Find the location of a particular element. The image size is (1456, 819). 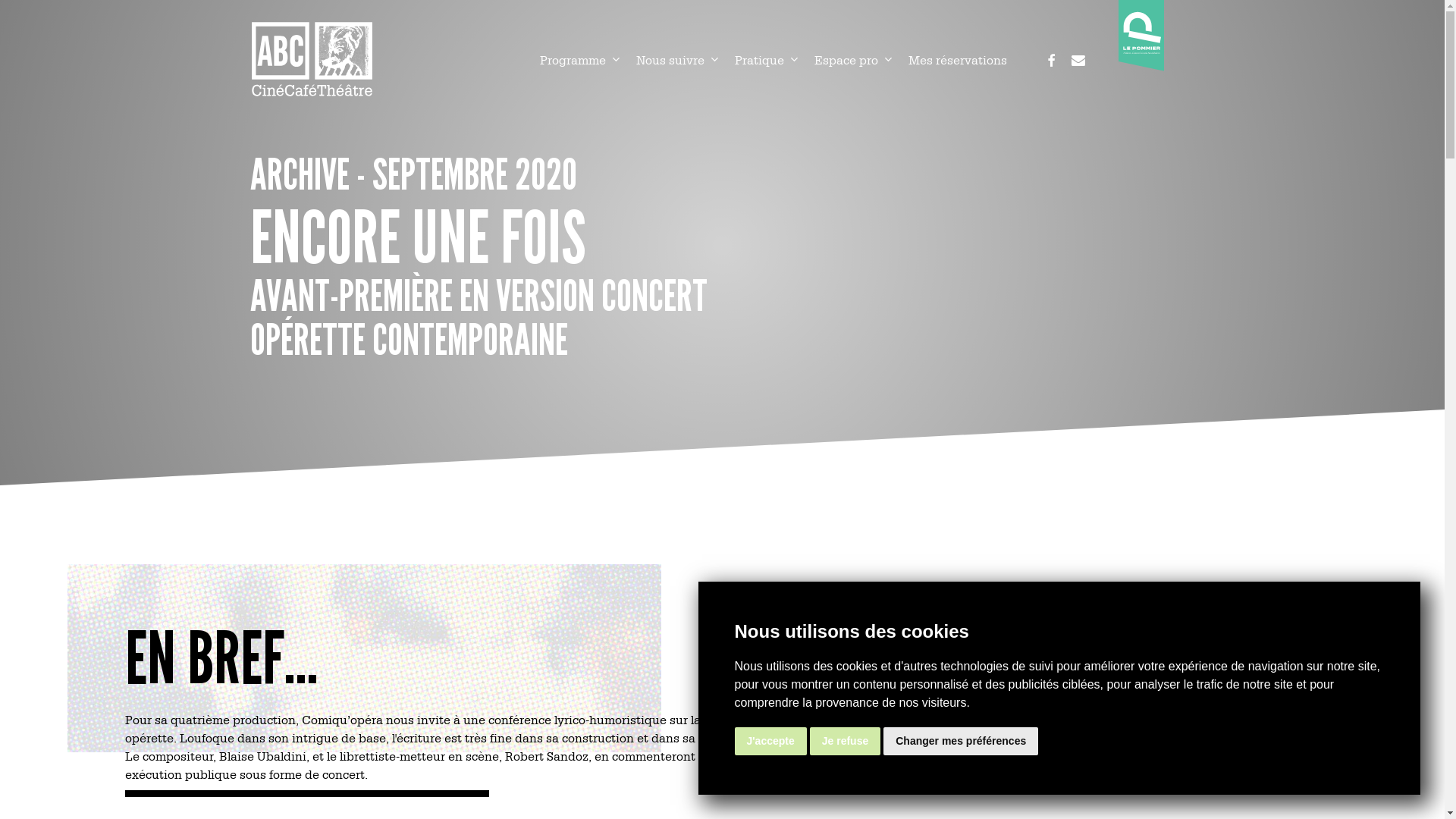

'Je refuse' is located at coordinates (844, 740).